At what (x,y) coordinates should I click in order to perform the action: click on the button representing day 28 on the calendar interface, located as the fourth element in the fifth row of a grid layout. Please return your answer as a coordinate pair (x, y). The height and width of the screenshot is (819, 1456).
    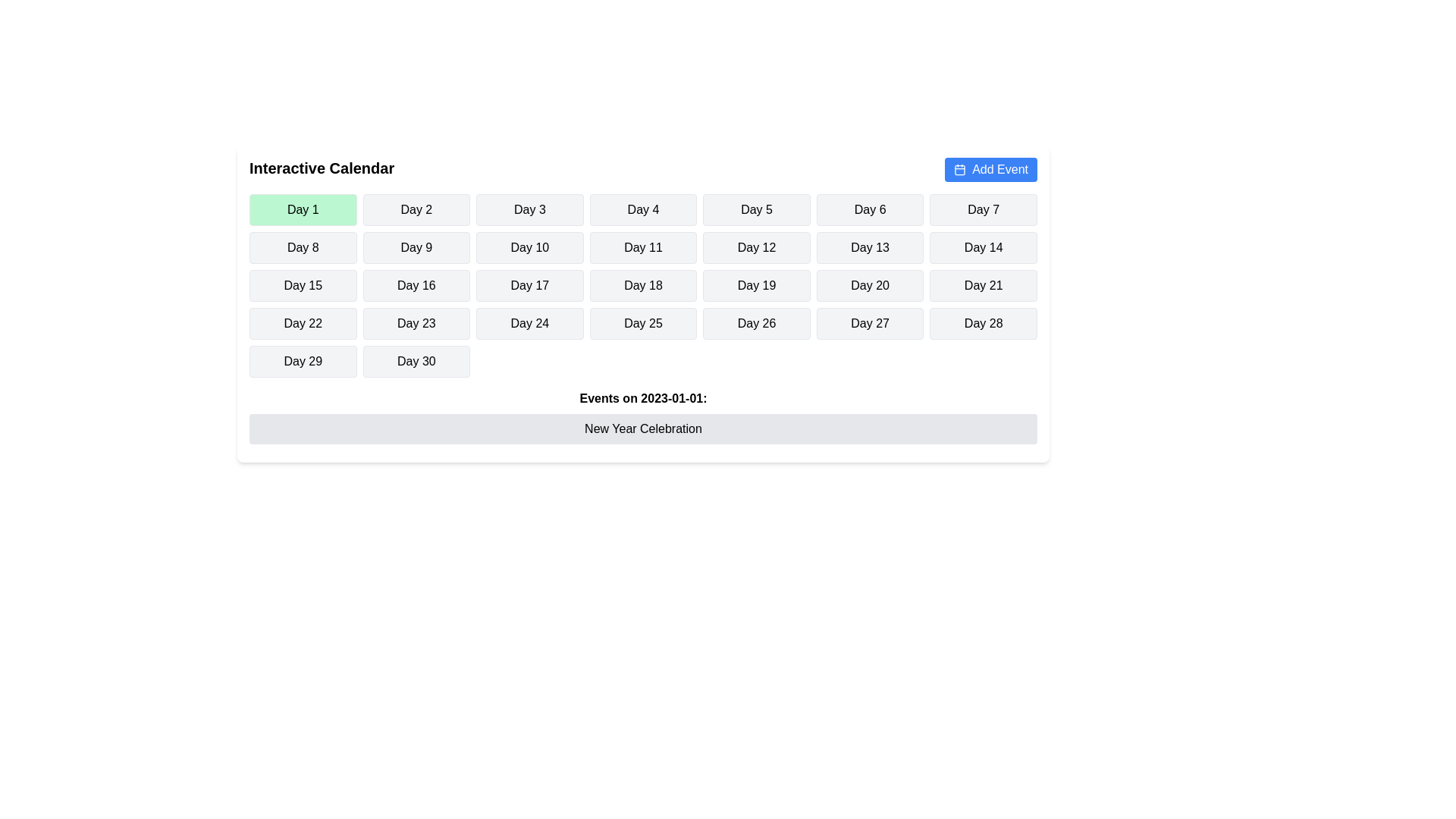
    Looking at the image, I should click on (984, 323).